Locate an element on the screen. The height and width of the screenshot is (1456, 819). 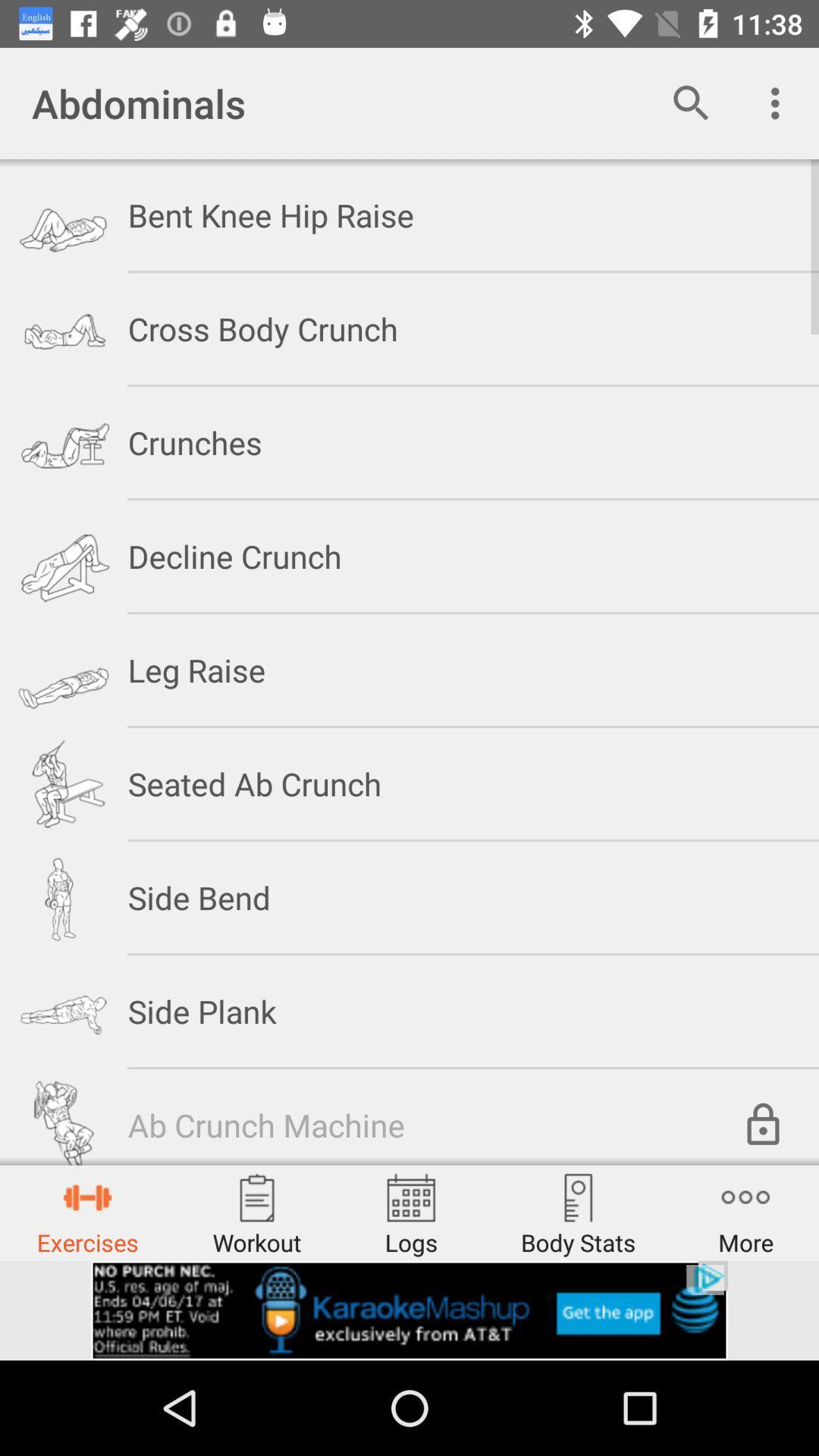
the option is located at coordinates (409, 1310).